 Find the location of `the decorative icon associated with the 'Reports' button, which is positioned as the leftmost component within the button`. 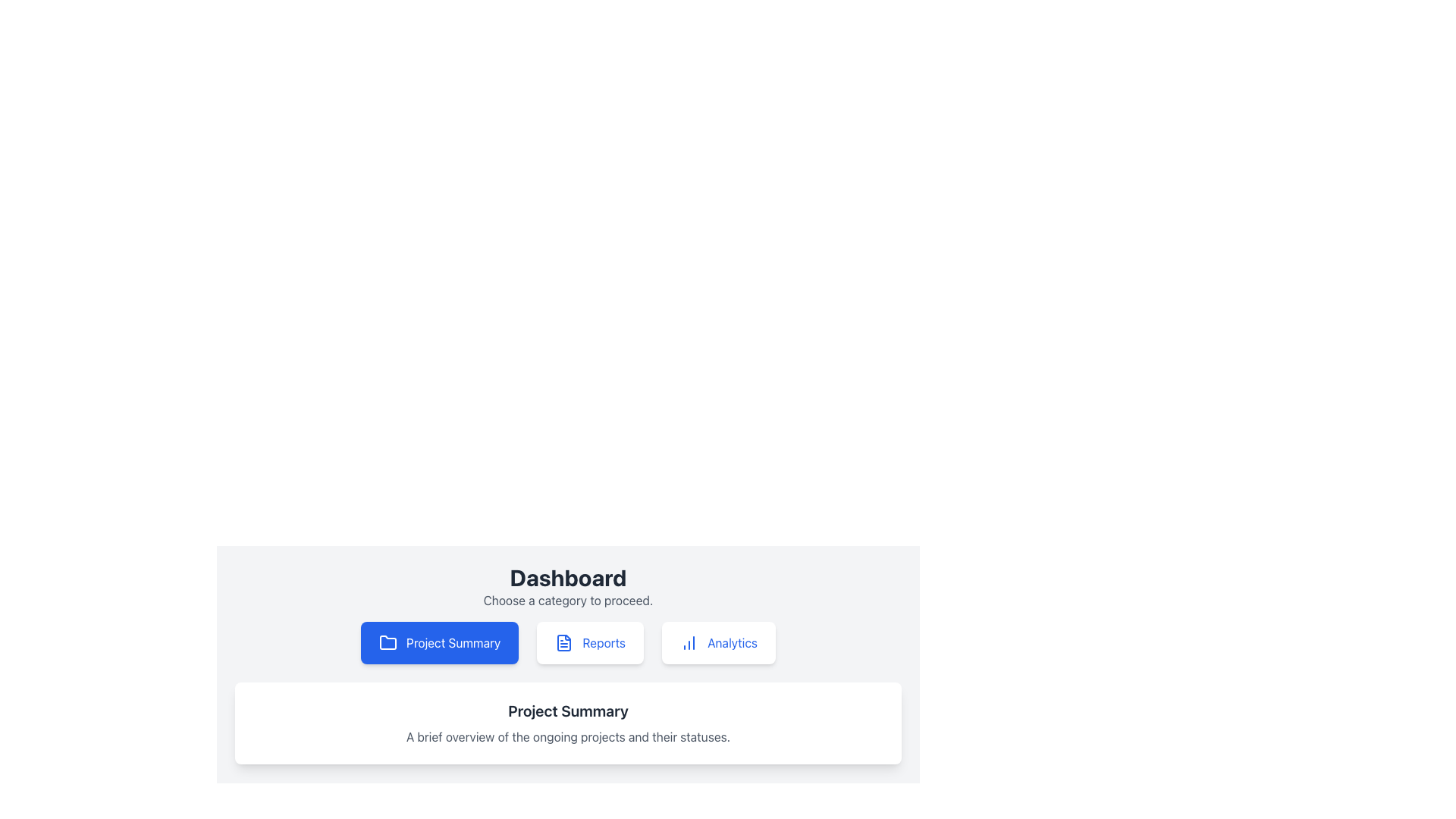

the decorative icon associated with the 'Reports' button, which is positioned as the leftmost component within the button is located at coordinates (563, 643).